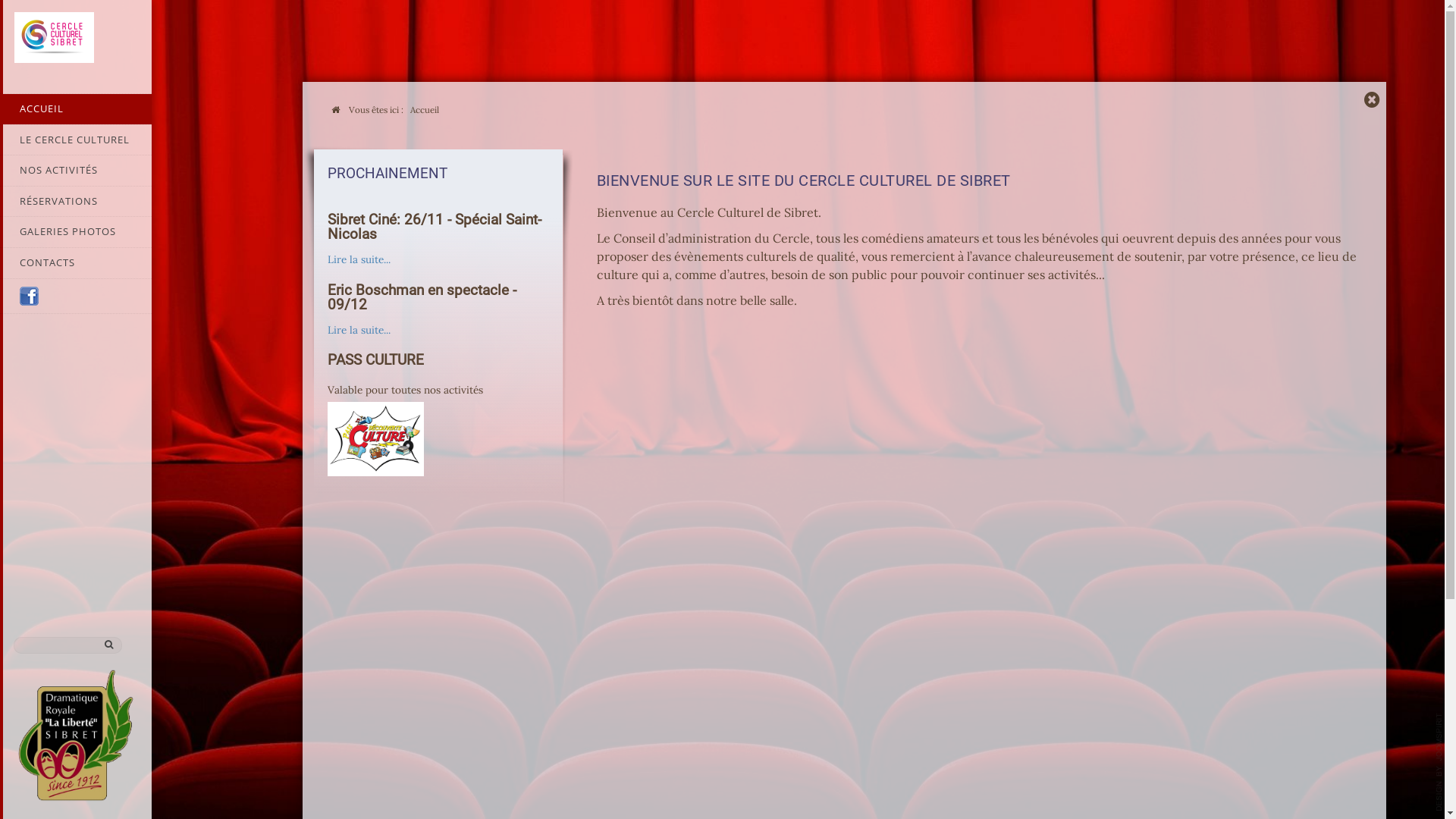 This screenshot has width=1456, height=819. Describe the element at coordinates (75, 108) in the screenshot. I see `'ACCUEIL'` at that location.